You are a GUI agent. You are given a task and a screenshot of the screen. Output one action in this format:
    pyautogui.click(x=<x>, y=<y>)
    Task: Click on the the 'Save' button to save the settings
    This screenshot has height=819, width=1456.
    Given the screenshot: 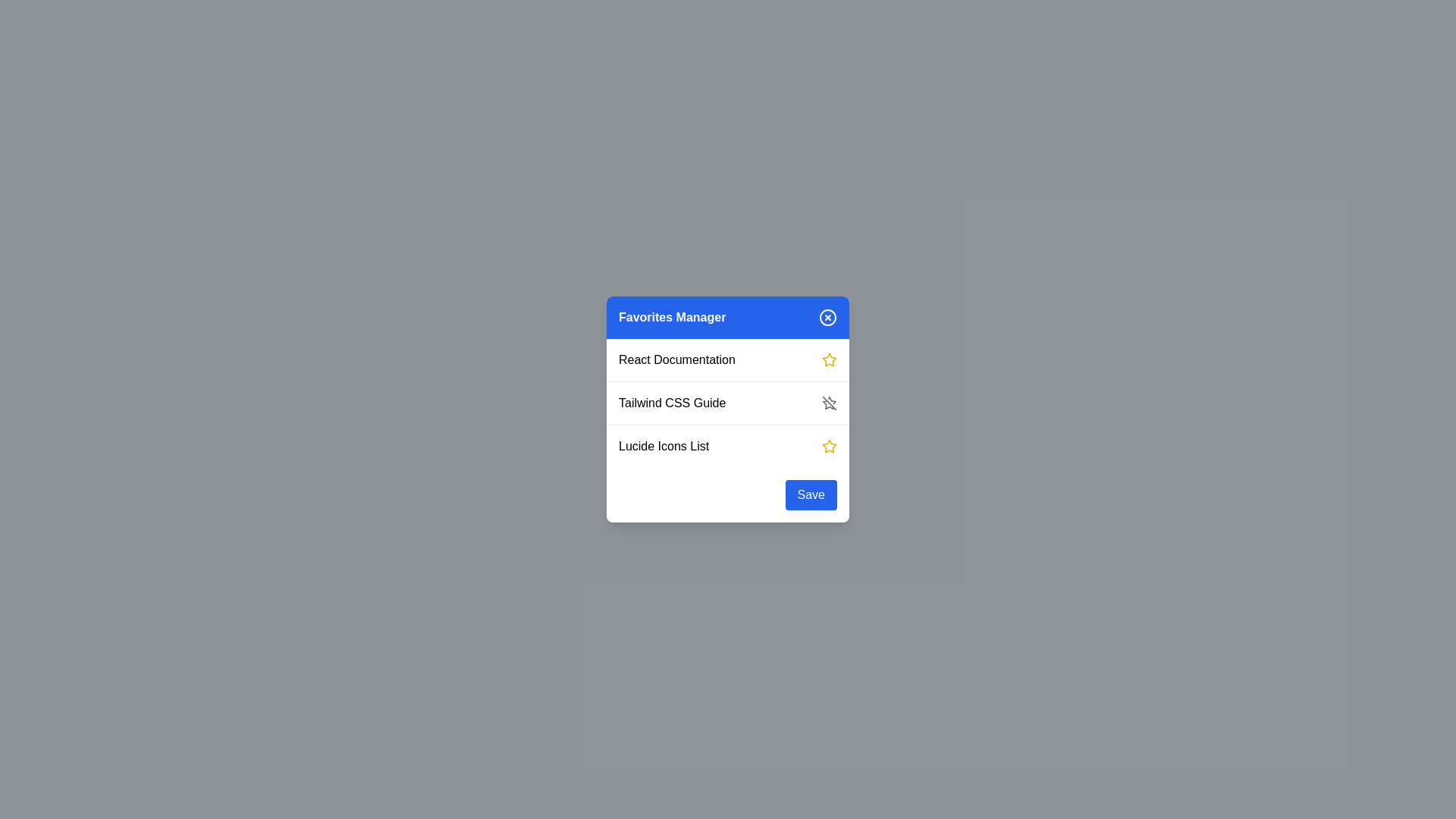 What is the action you would take?
    pyautogui.click(x=810, y=494)
    